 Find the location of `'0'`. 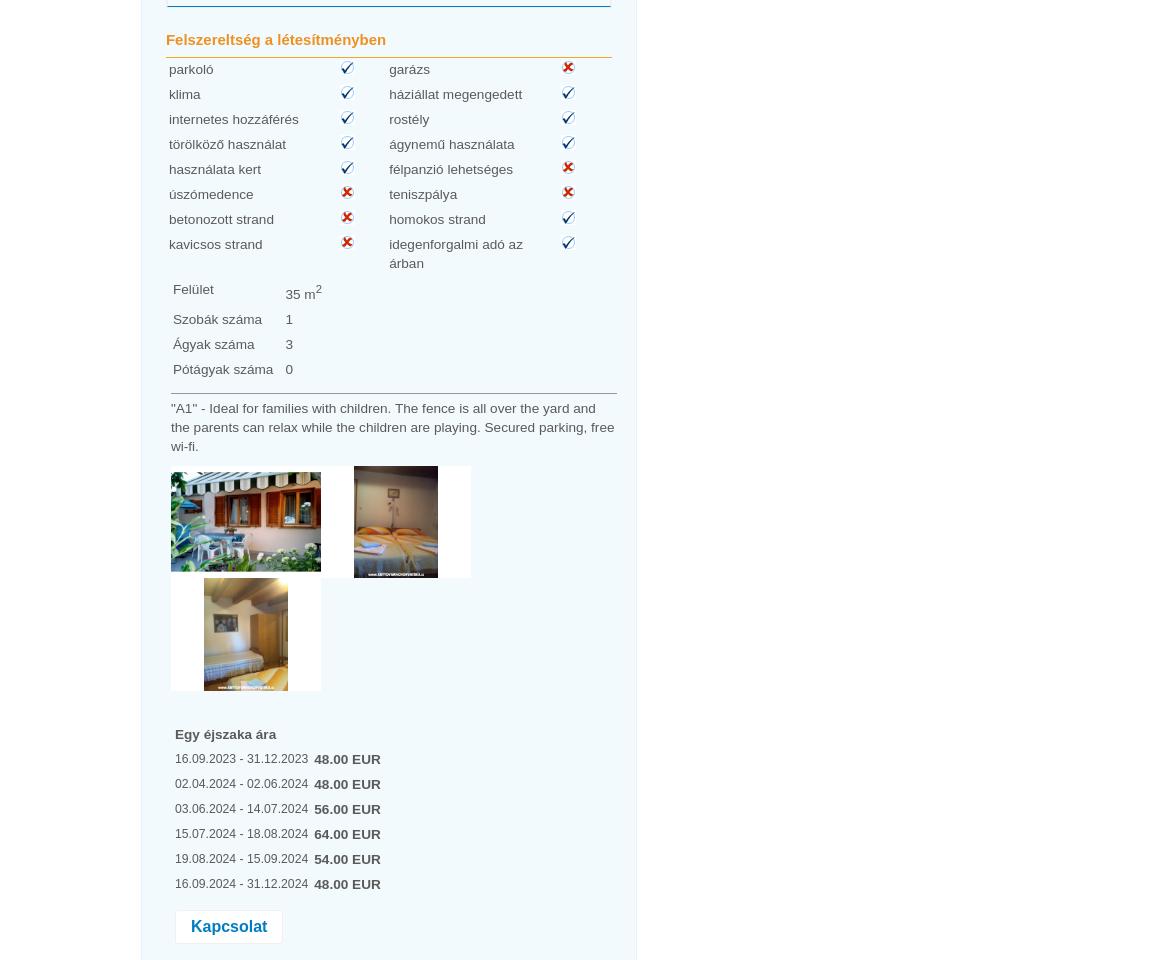

'0' is located at coordinates (283, 367).